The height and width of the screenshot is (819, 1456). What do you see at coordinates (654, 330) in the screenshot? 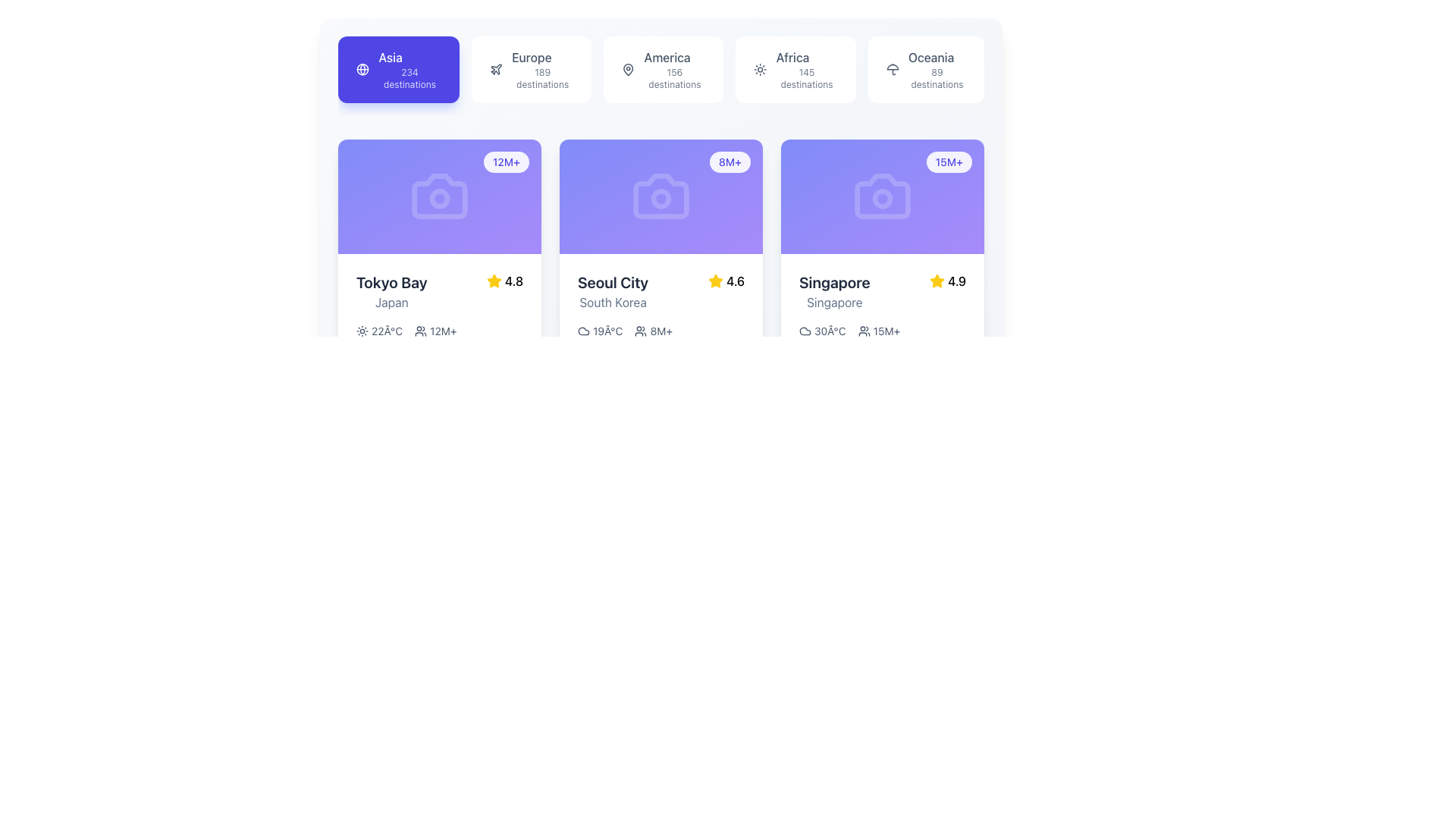
I see `the numerical representation of user engagement ('8M+') displayed on the 'Seoul City' card, located in the second column of the three-item horizontal grid layout, below the main title and next to the weather temperature indicator '19°C'` at bounding box center [654, 330].